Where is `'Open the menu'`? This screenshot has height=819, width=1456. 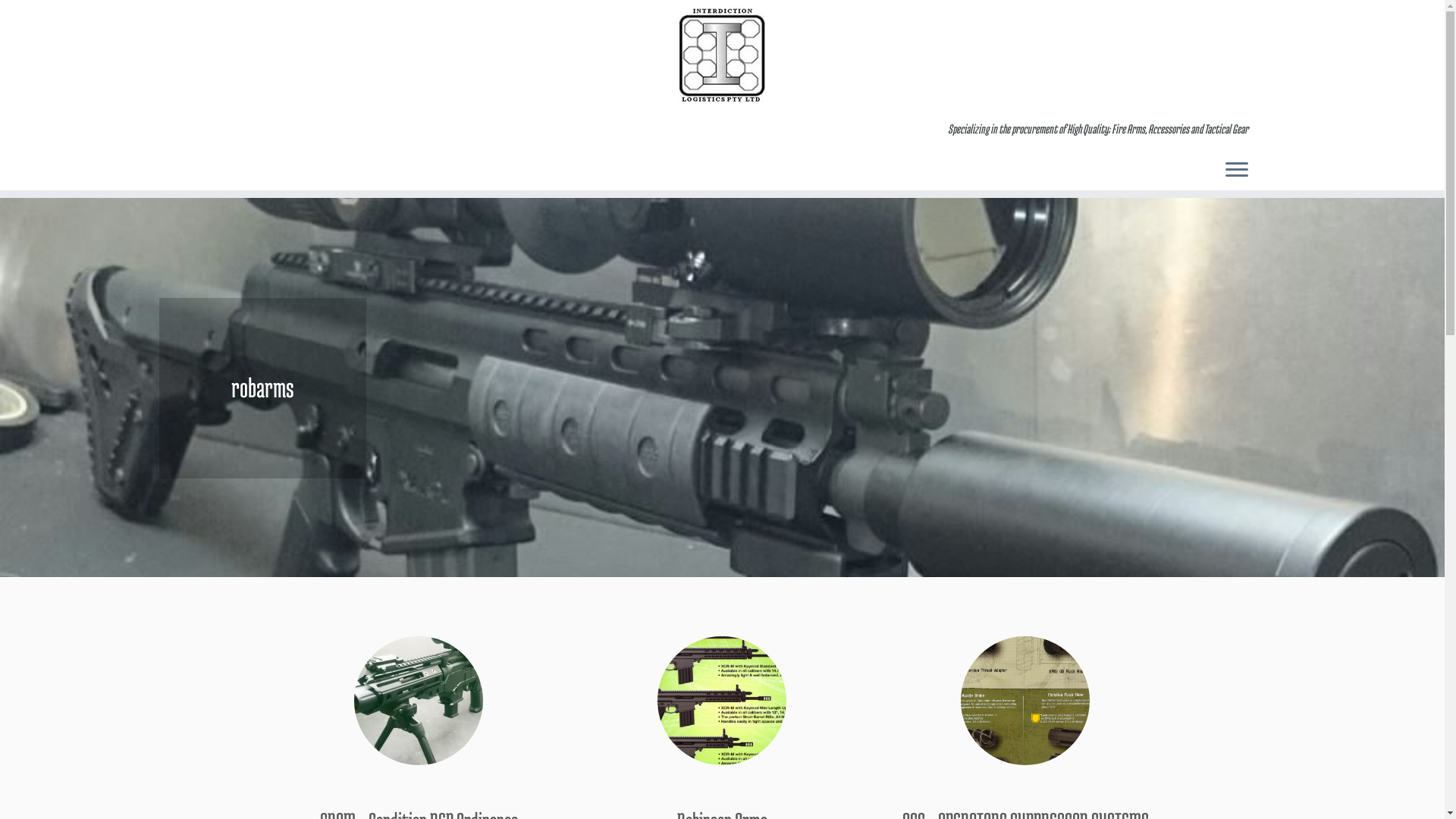
'Open the menu' is located at coordinates (1237, 170).